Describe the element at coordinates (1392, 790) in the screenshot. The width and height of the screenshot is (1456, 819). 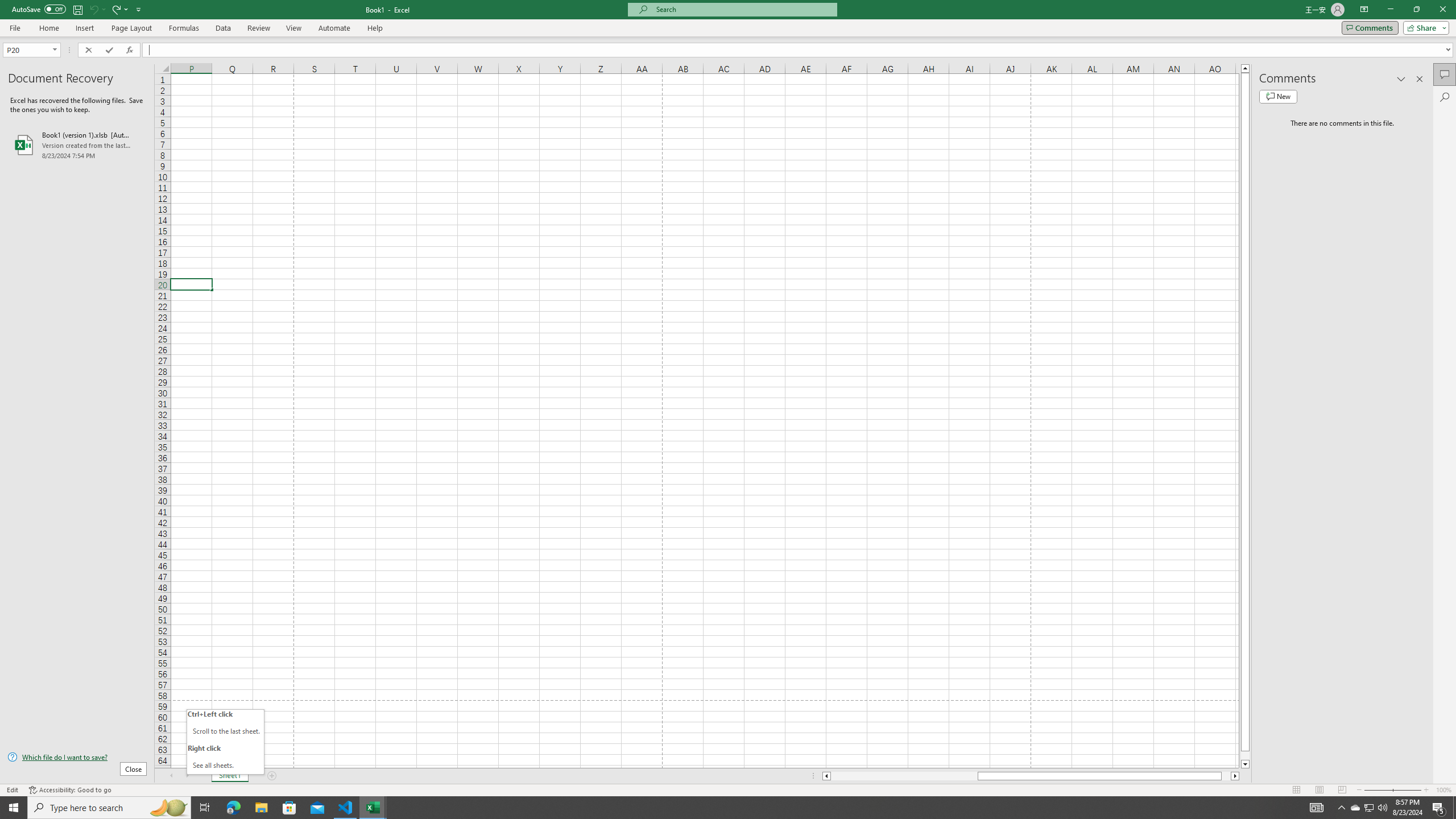
I see `'Zoom'` at that location.